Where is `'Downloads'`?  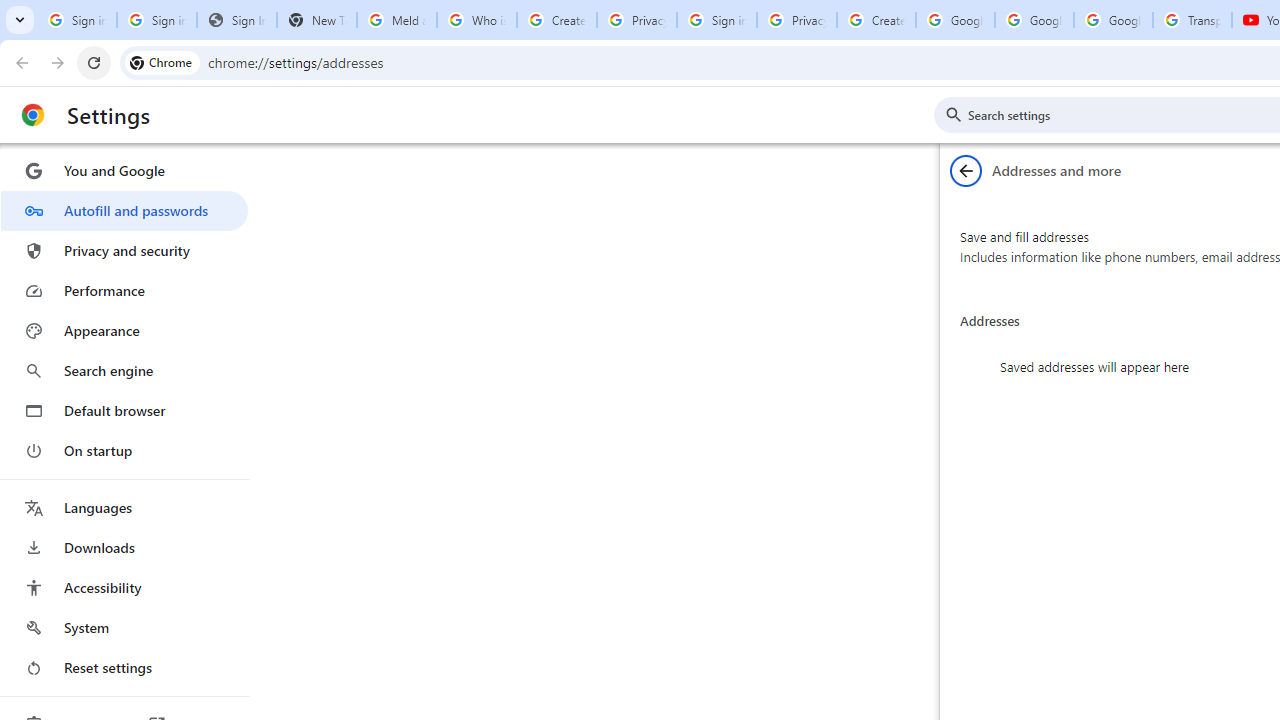 'Downloads' is located at coordinates (123, 547).